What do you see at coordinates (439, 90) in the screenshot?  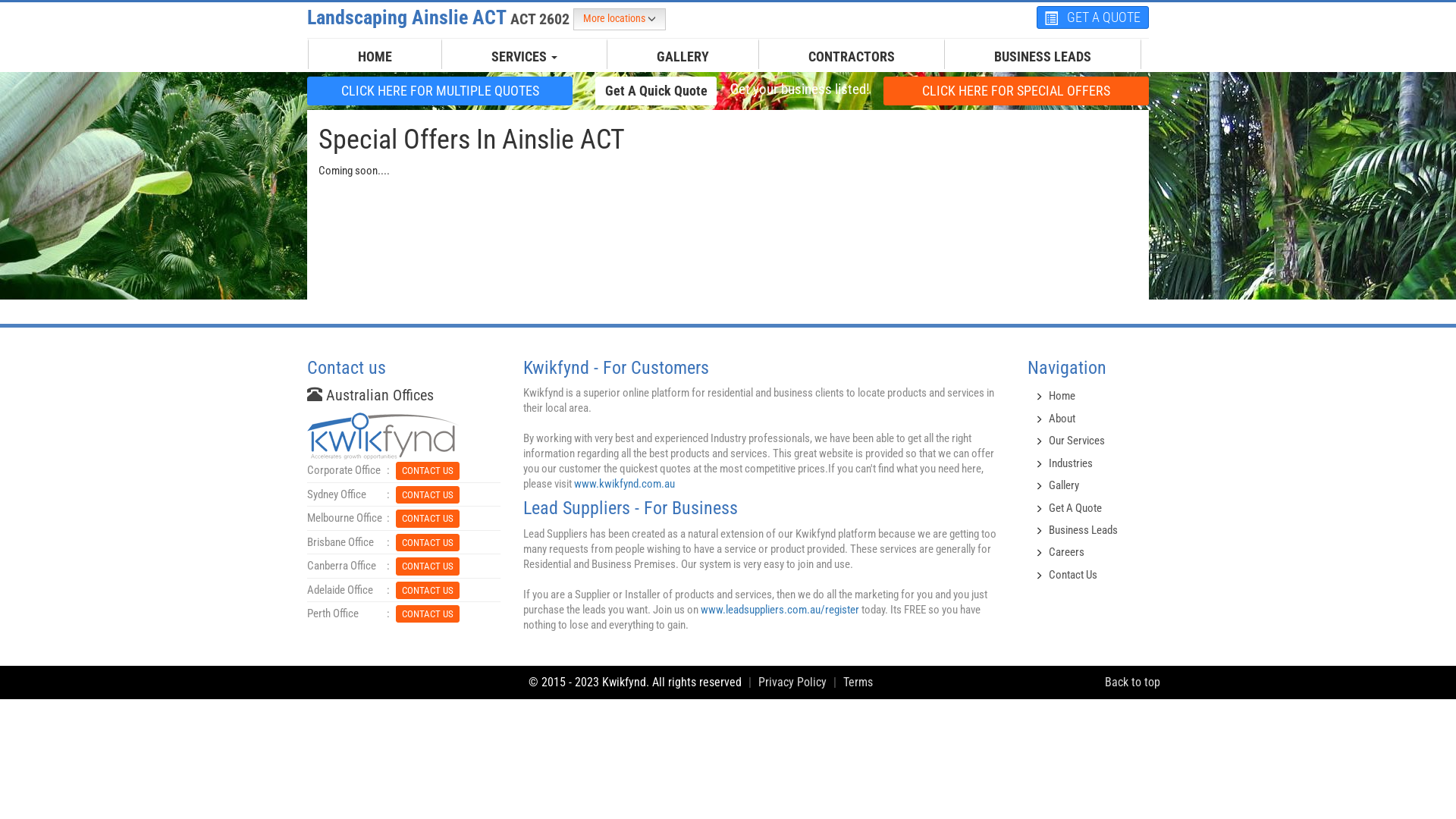 I see `'CLICK HERE FOR MULTIPLE QUOTES'` at bounding box center [439, 90].